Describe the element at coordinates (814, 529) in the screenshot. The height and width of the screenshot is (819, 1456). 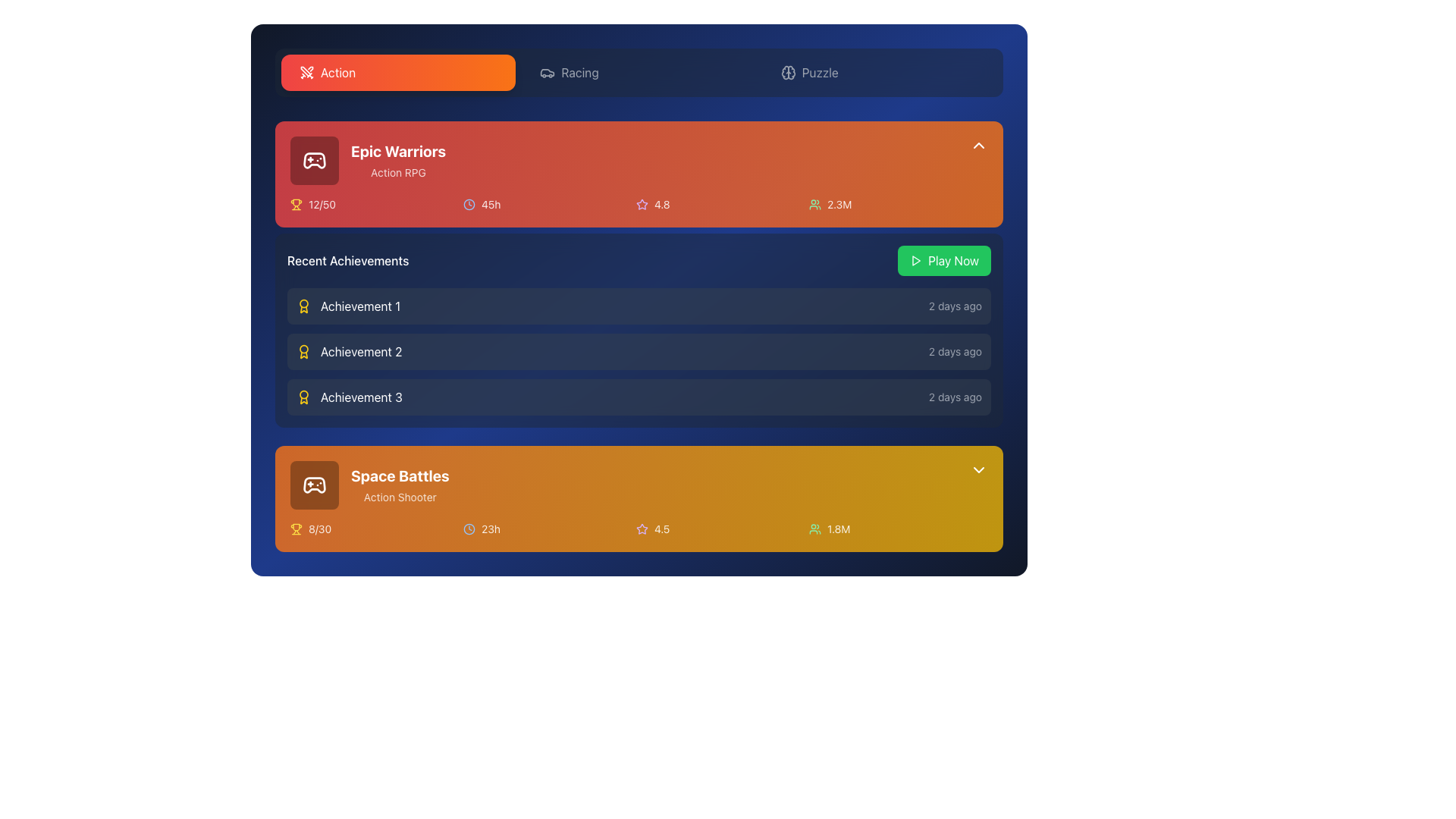
I see `the user engagement icon (SVG) located in the bottom-right section of the 'Space Battles' game card` at that location.